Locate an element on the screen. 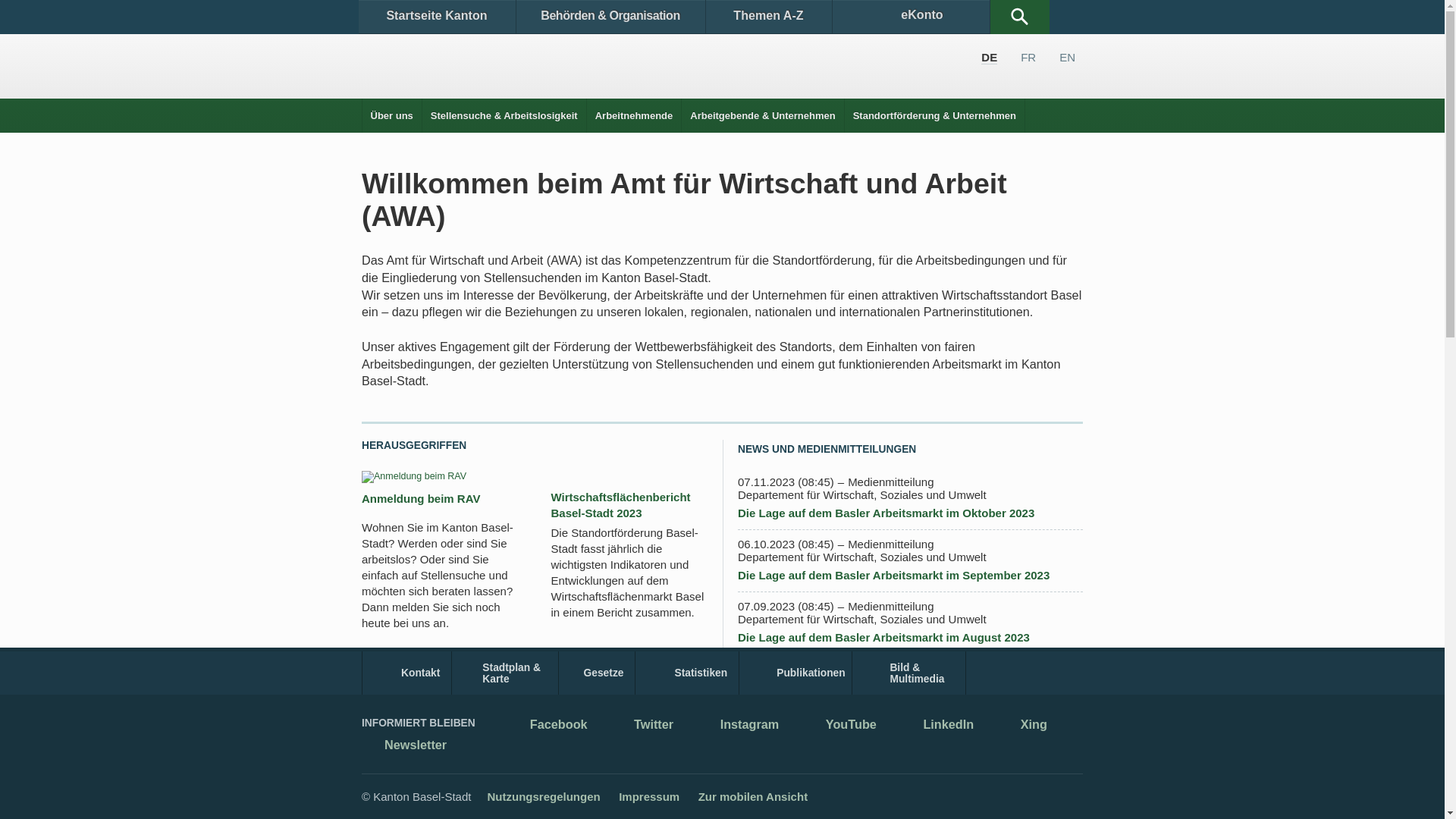 Image resolution: width=1456 pixels, height=819 pixels. 'Startseite Kanton' is located at coordinates (435, 17).